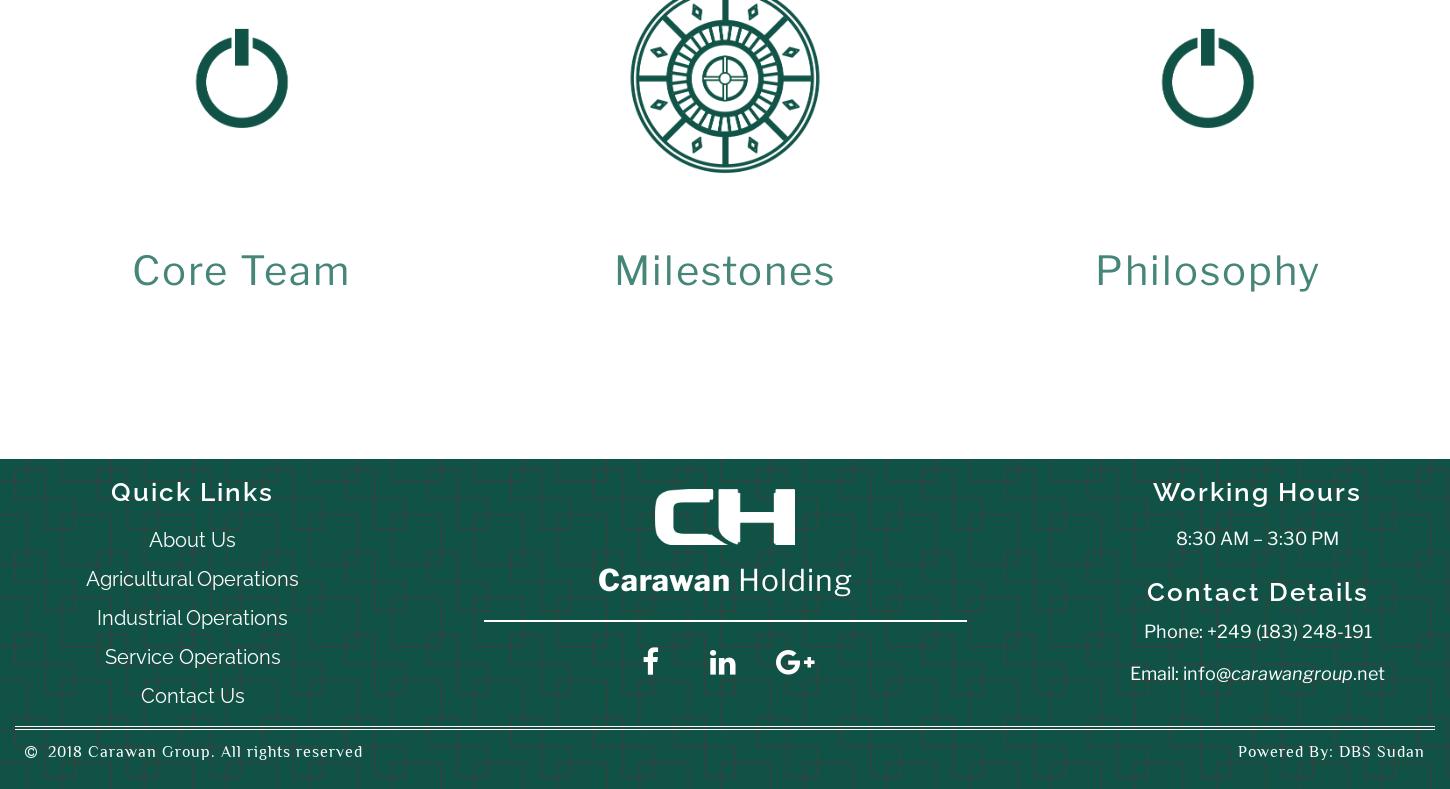  I want to click on 'Quick Links', so click(111, 491).